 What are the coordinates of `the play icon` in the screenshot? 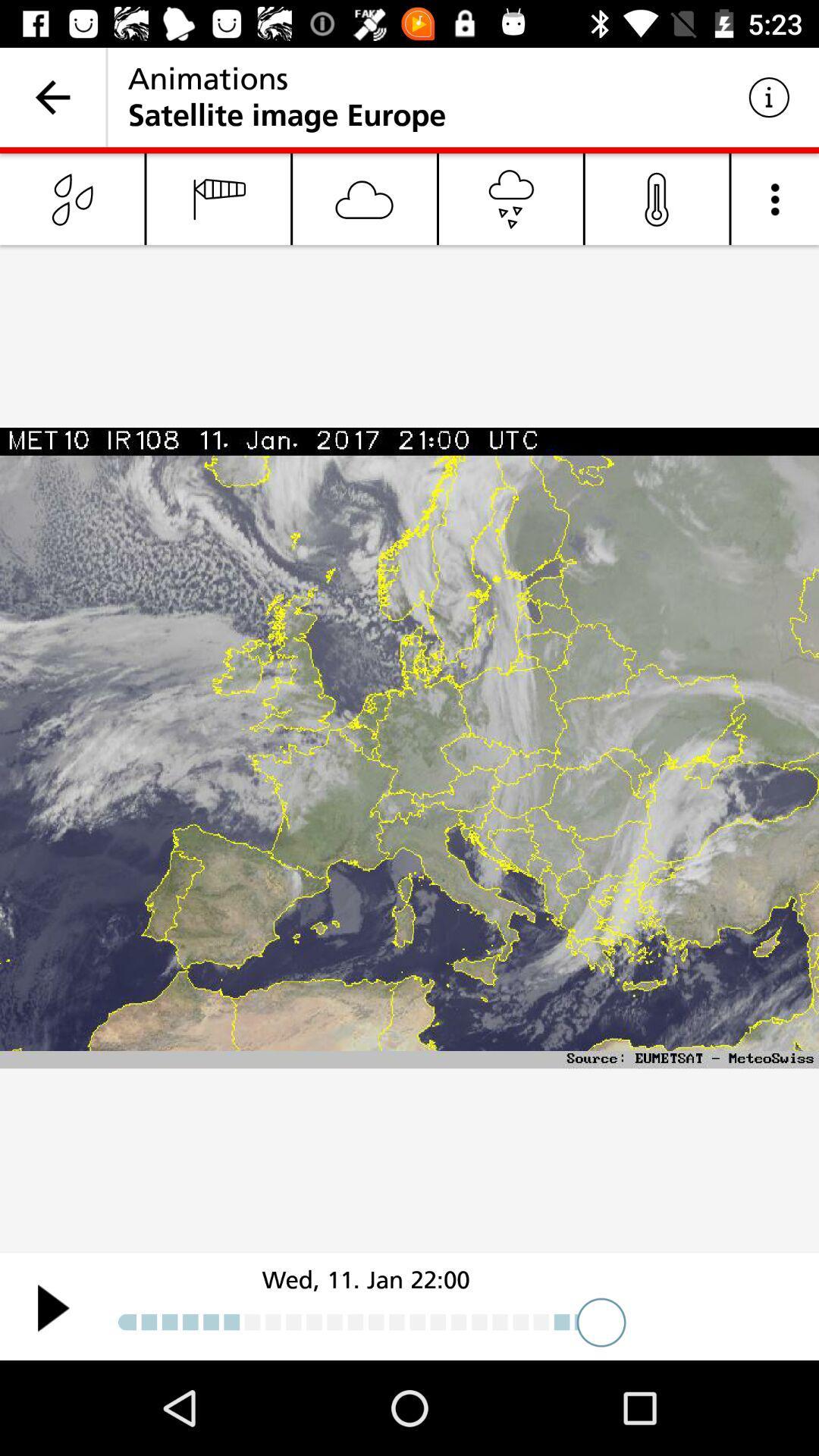 It's located at (52, 1307).